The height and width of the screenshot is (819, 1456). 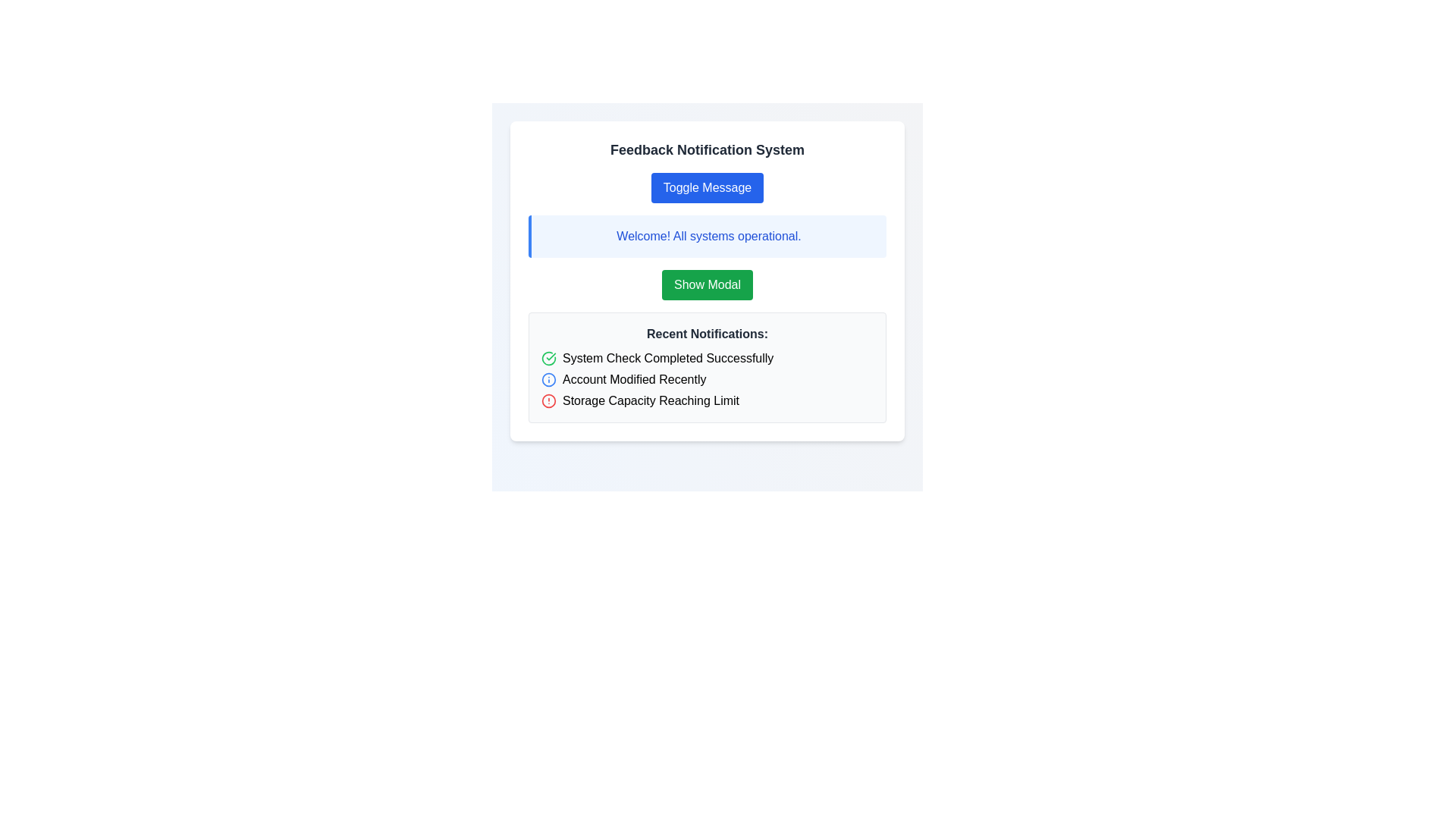 I want to click on the notification icon indicating 'Storage Capacity Reaching Limit' located to the left of the text in the 'Recent Notifications' section, so click(x=548, y=400).